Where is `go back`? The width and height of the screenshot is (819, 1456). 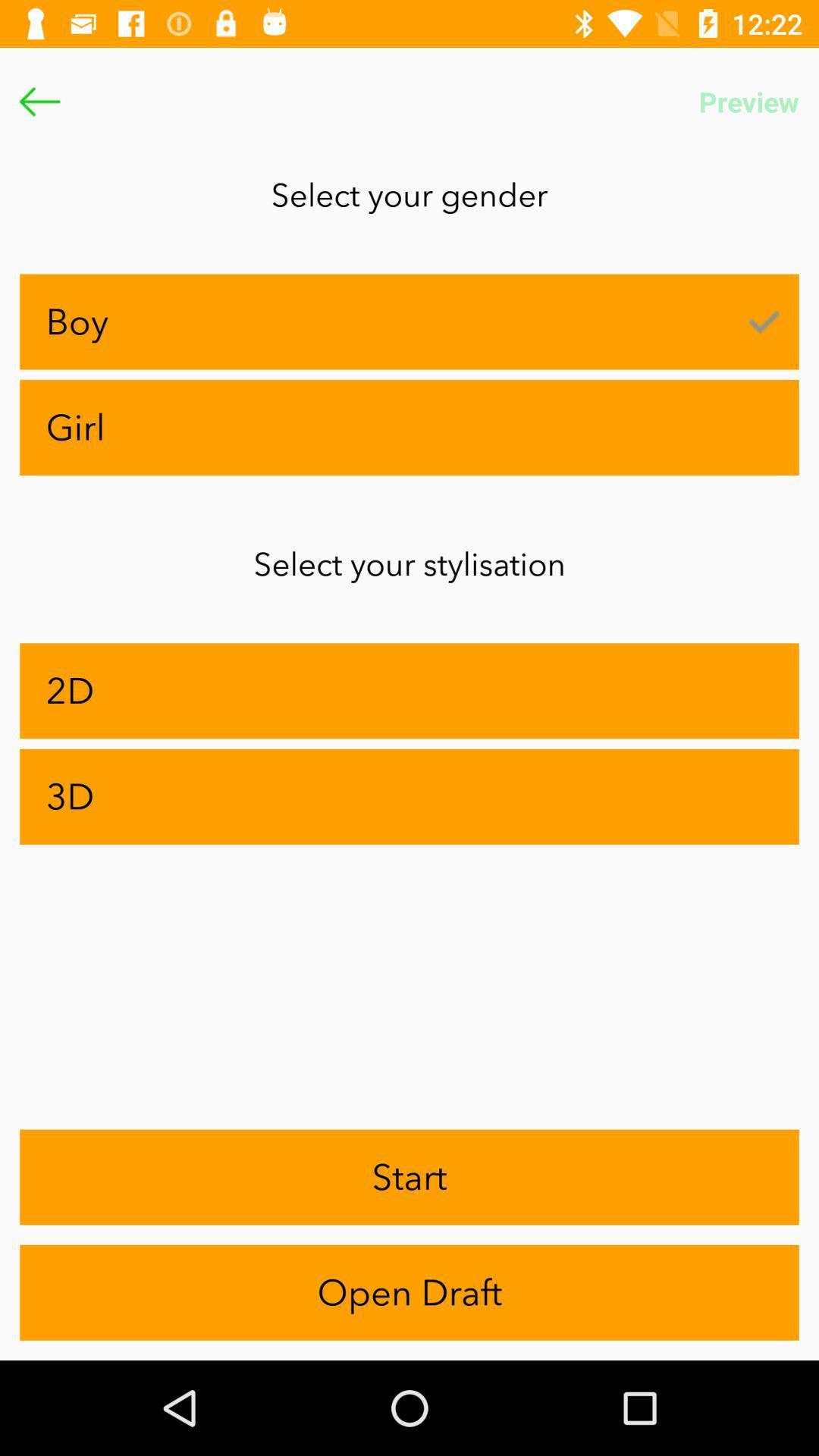 go back is located at coordinates (39, 101).